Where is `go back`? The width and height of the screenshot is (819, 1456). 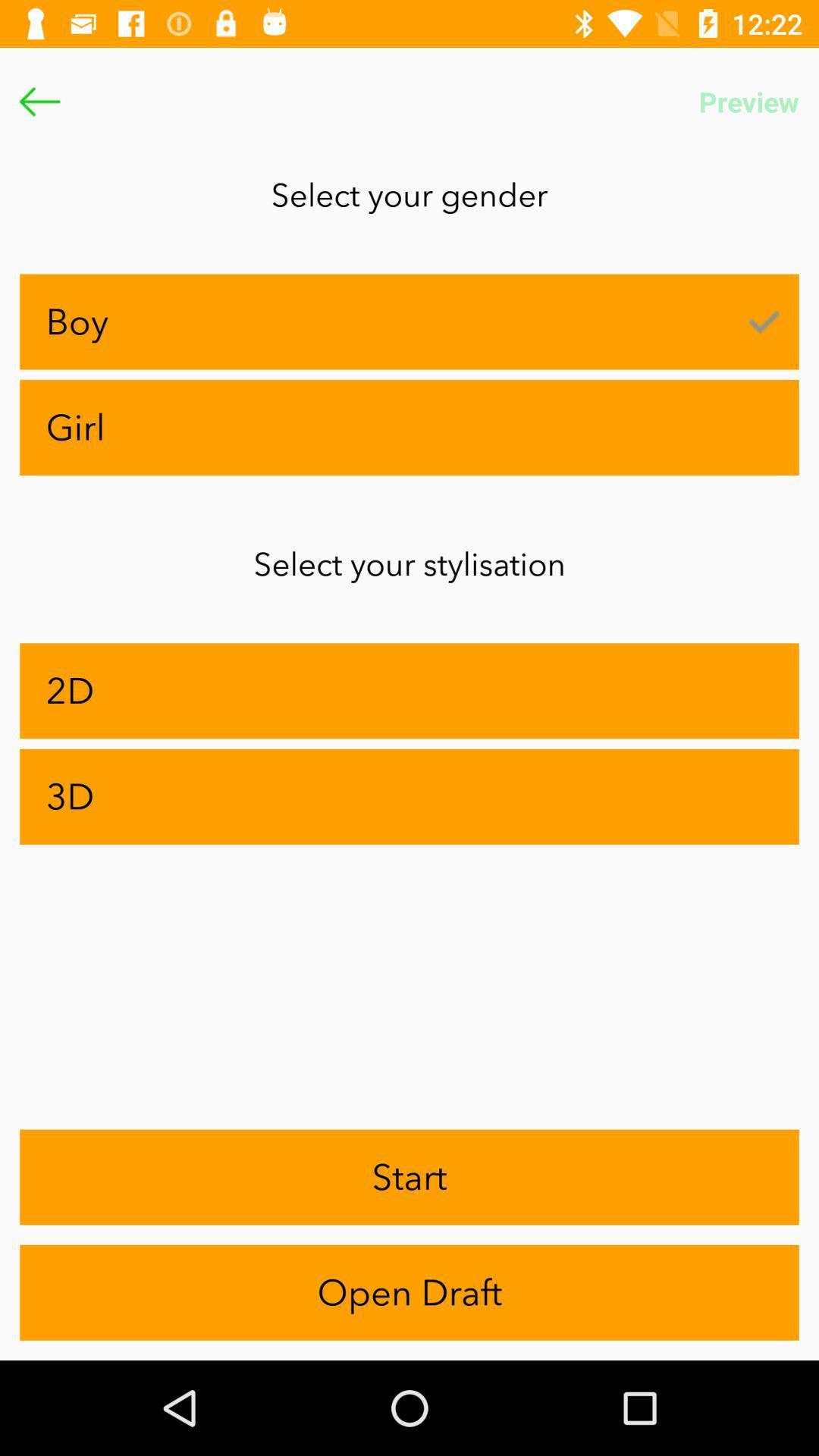 go back is located at coordinates (39, 101).